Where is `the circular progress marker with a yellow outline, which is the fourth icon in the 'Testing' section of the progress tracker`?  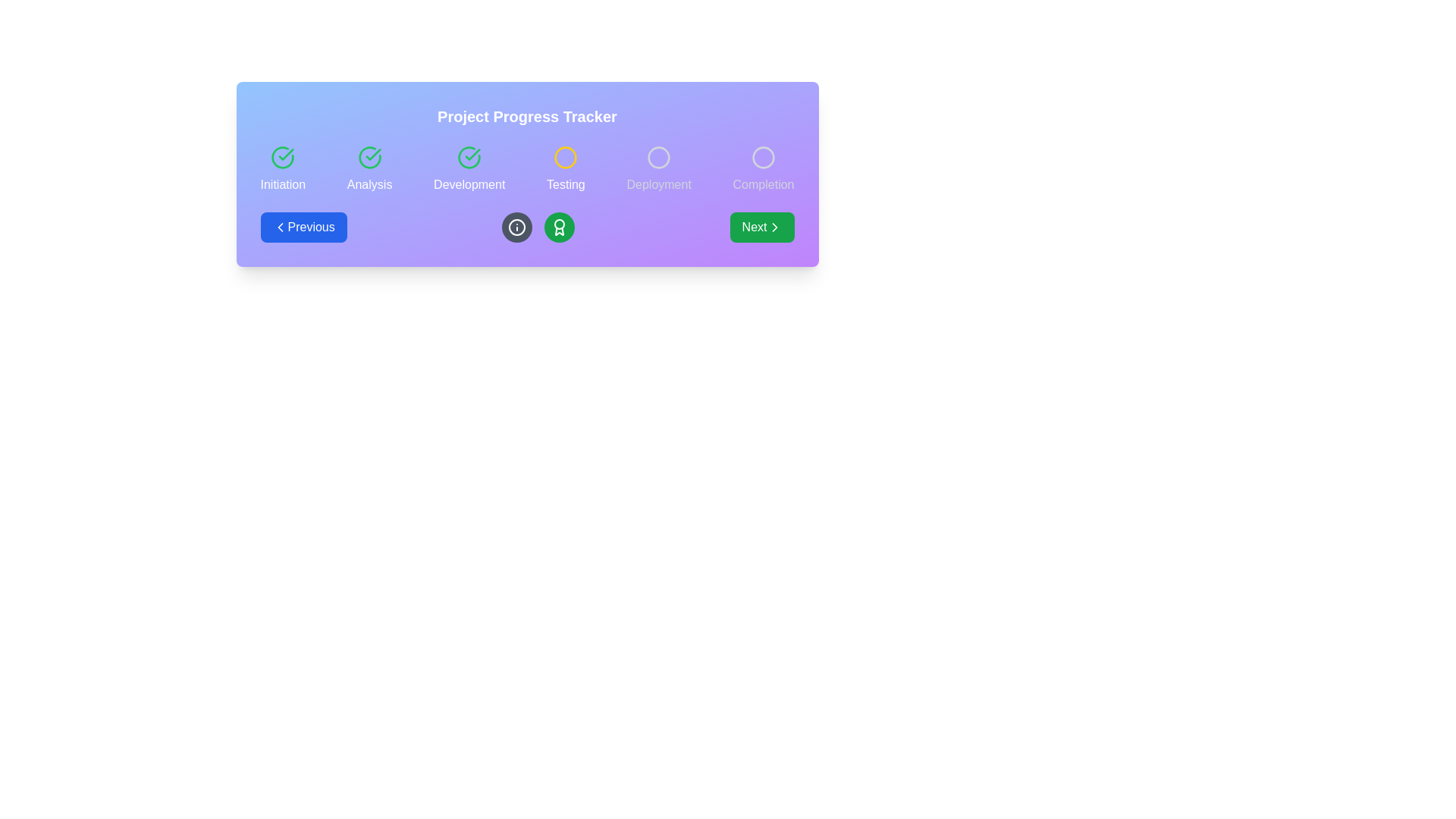
the circular progress marker with a yellow outline, which is the fourth icon in the 'Testing' section of the progress tracker is located at coordinates (565, 158).